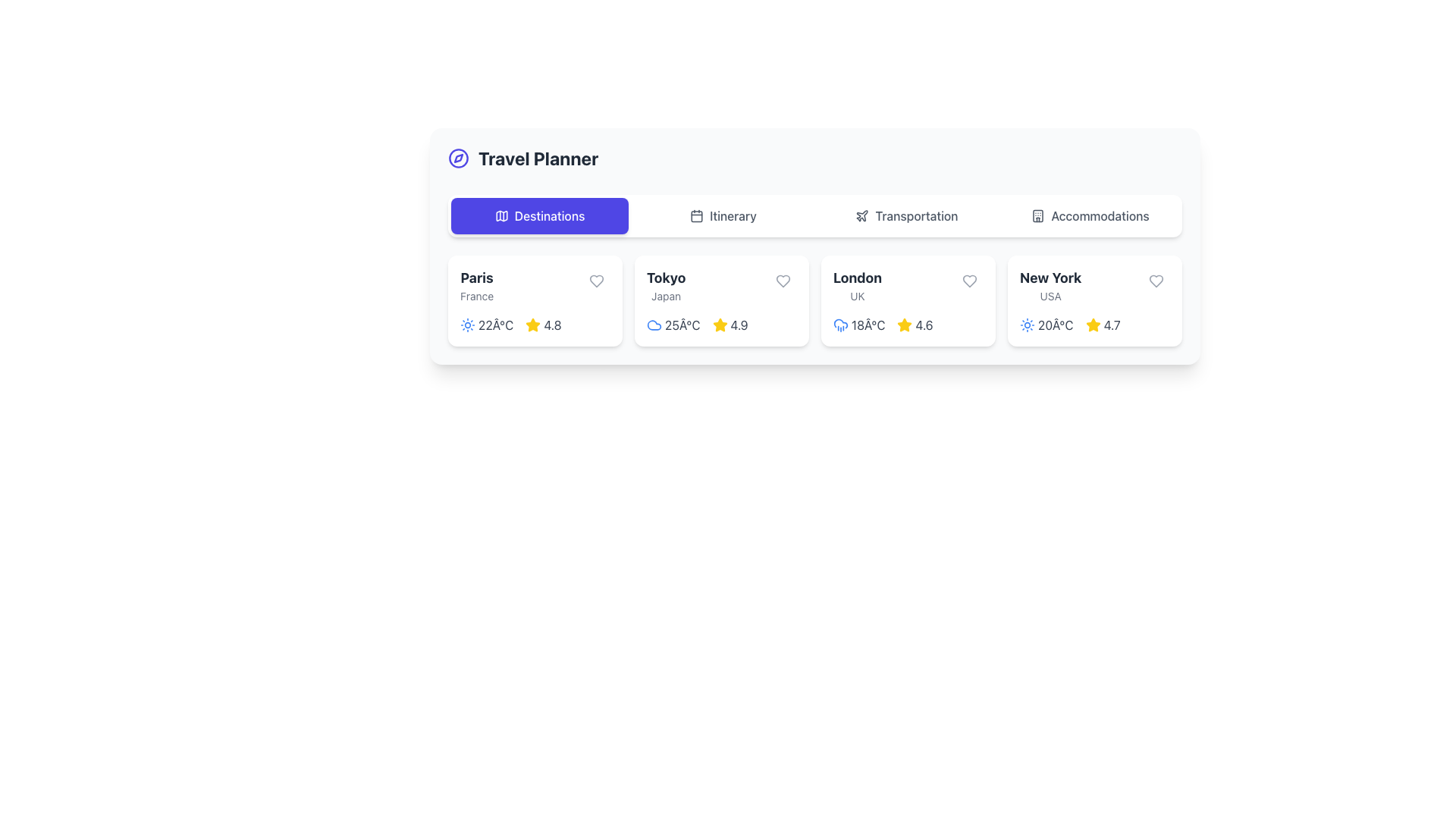 This screenshot has height=819, width=1456. What do you see at coordinates (673, 324) in the screenshot?
I see `temperature information displayed as '25°C' next to the blue cloud icon in the lower-left part of the 'Tokyo' card in the 'Destinations' section` at bounding box center [673, 324].